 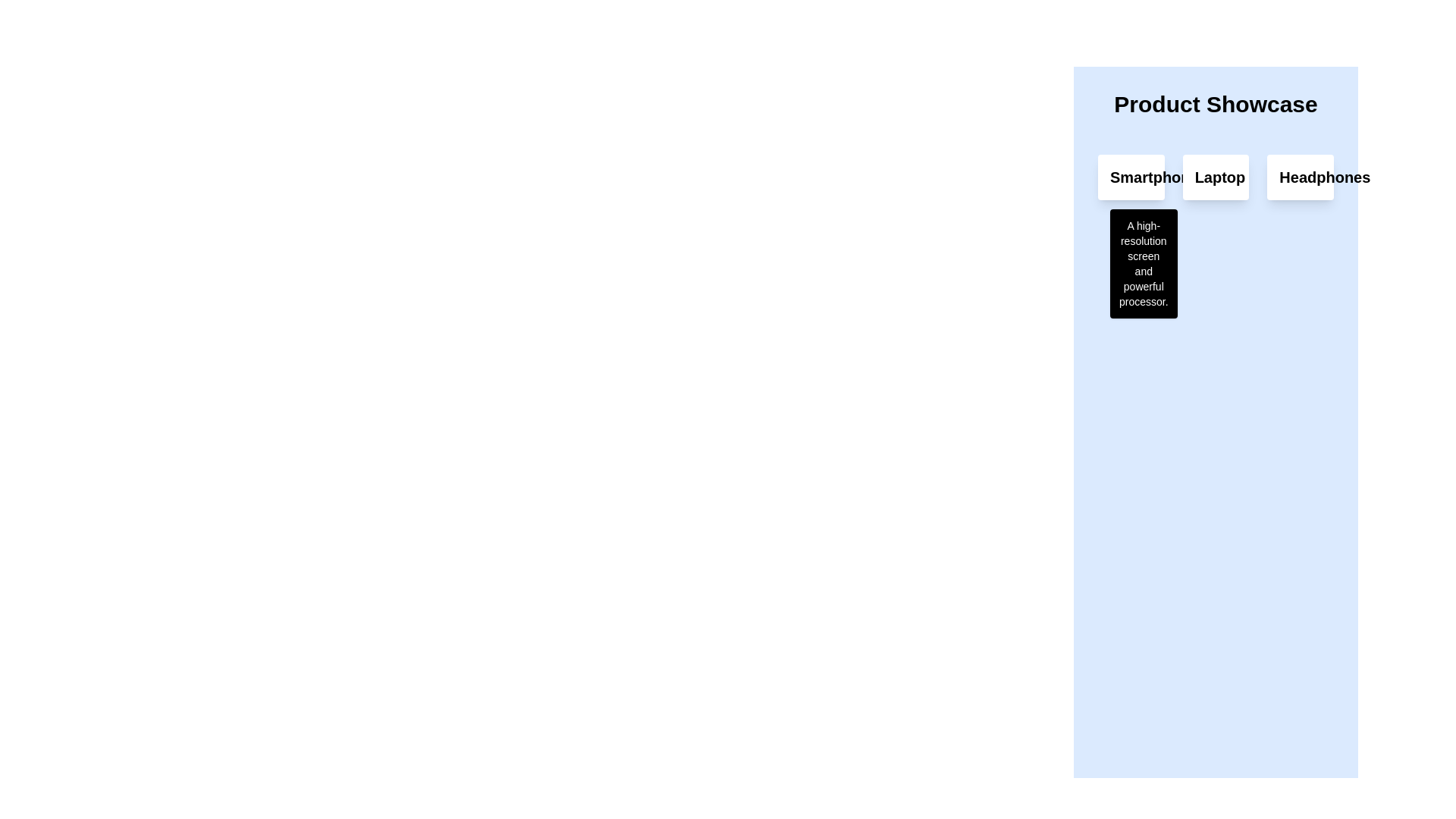 I want to click on the text element displaying 'Laptop' in bold sans-serif font, located in the second column of the grid layout between 'Smartphone' and 'Headphones', so click(x=1216, y=177).